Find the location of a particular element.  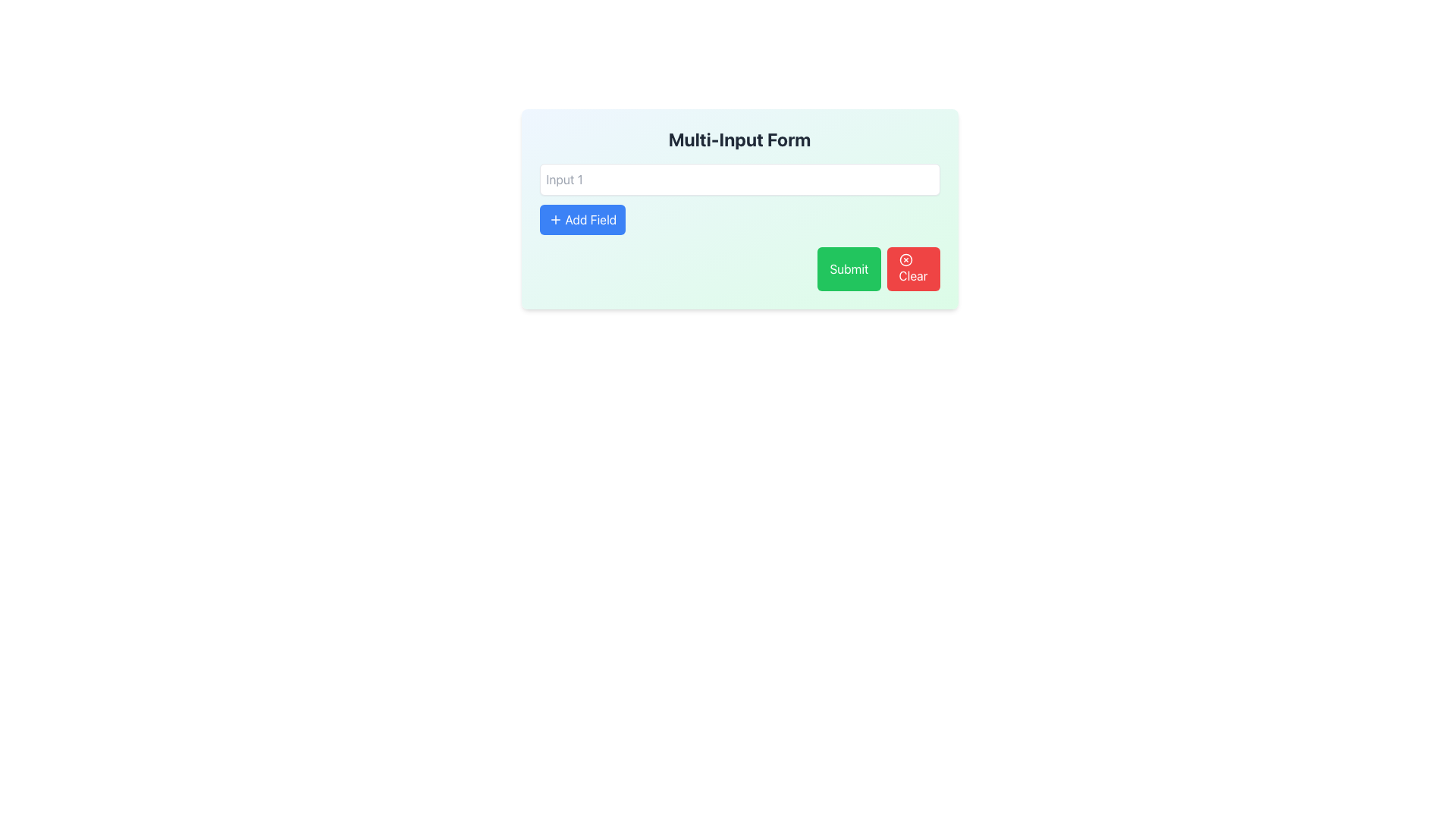

the SVG Circle Icon located above the 'Clear' button in the bottom-right corner of the form interface is located at coordinates (905, 259).